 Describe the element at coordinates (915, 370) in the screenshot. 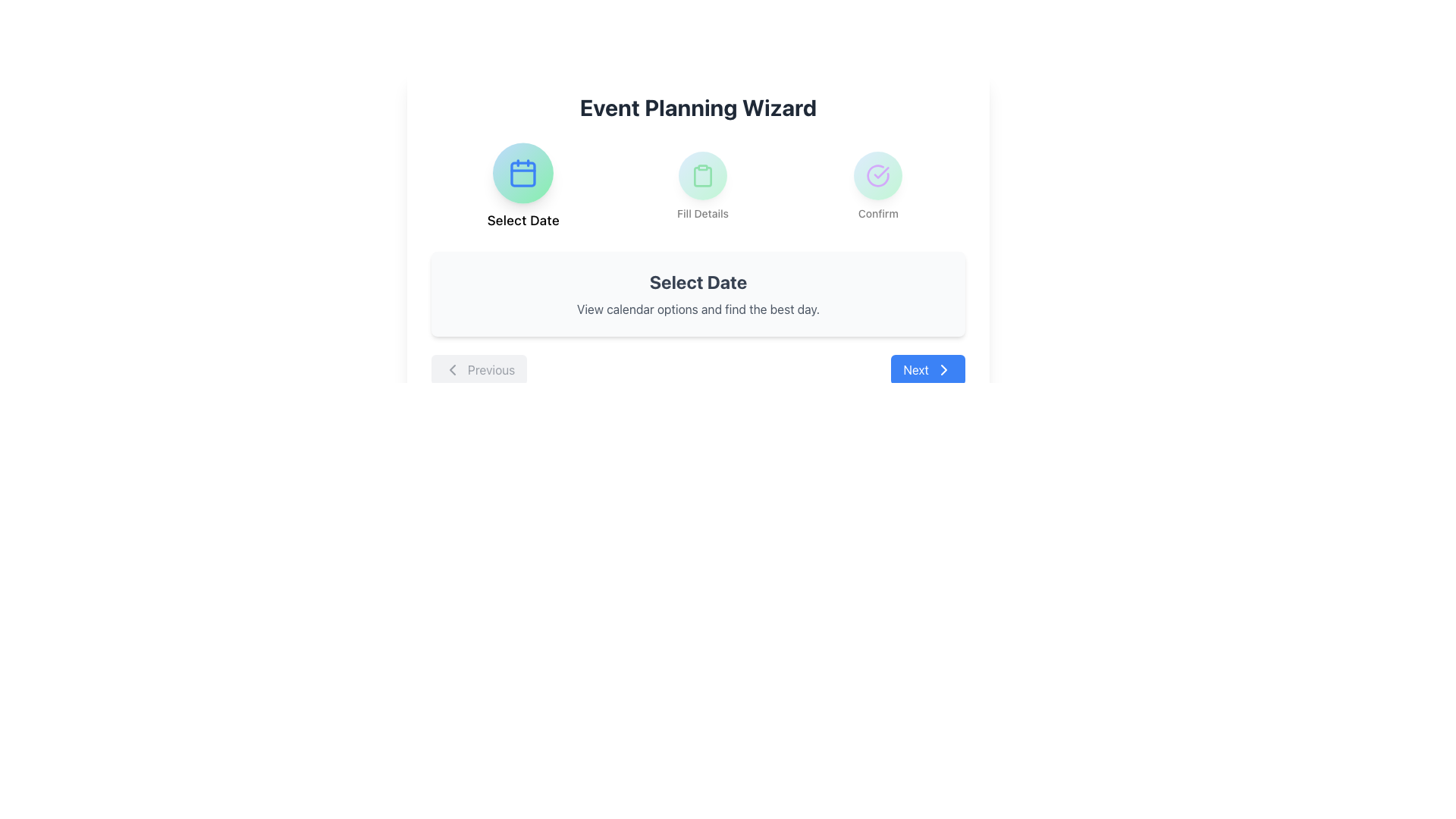

I see `the 'Next' text label, which is styled in white with medium font weight and positioned to the left of a chevron icon, near the bottom-right corner of the interface` at that location.